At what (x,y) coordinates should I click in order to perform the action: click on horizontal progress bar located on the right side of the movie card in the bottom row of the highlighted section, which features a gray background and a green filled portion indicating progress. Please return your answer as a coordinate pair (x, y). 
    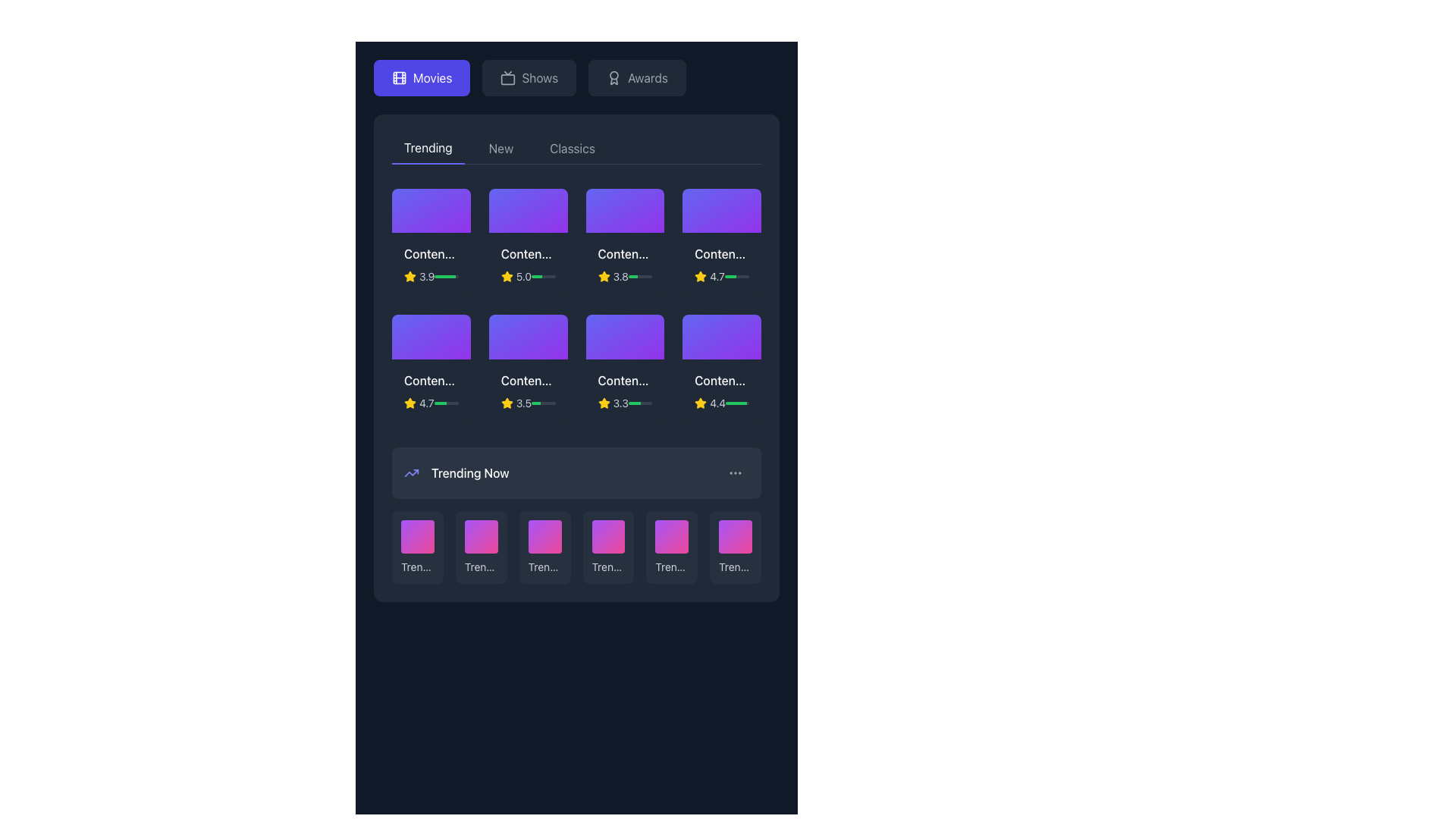
    Looking at the image, I should click on (737, 402).